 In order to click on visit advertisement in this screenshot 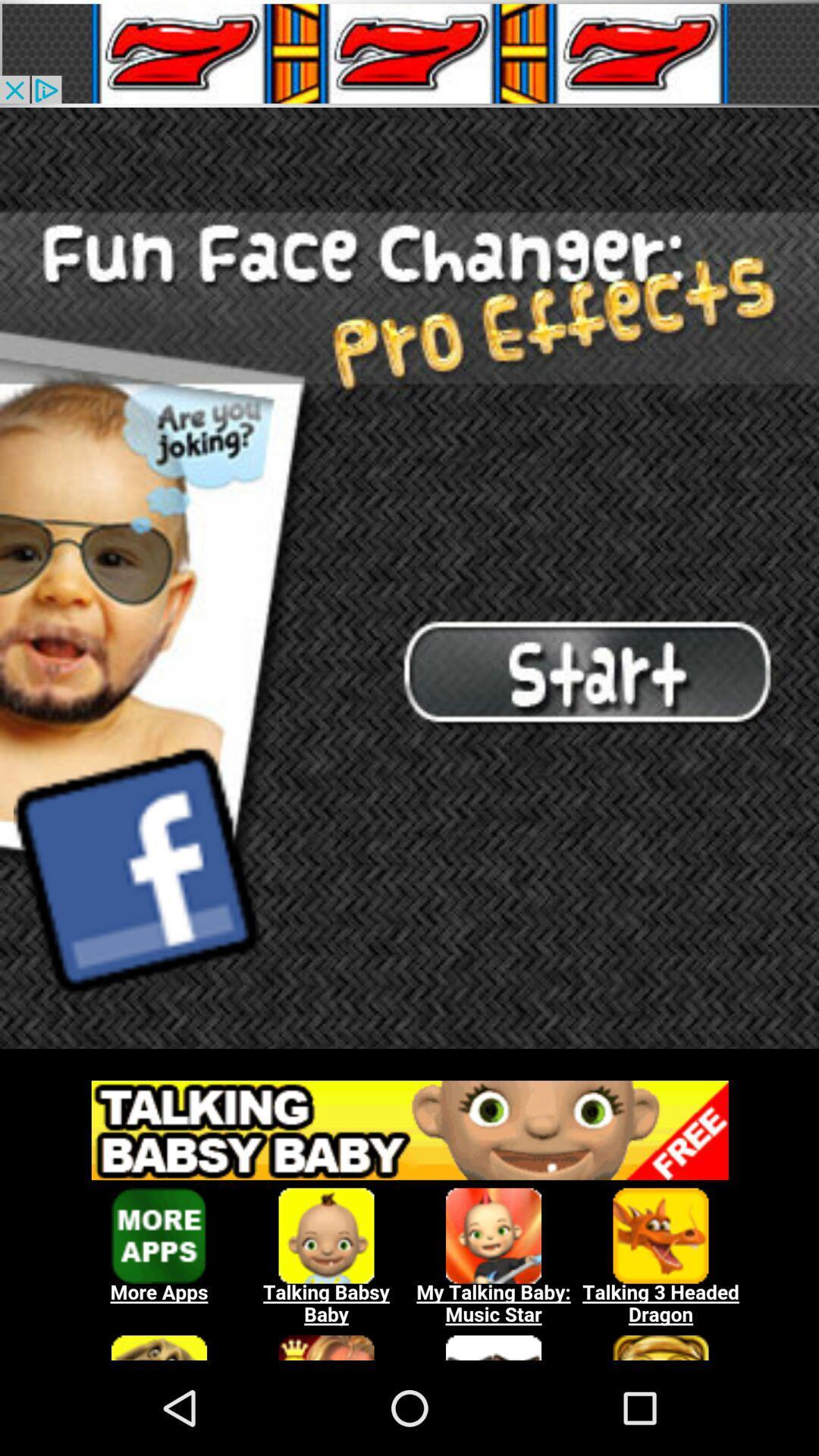, I will do `click(409, 1211)`.